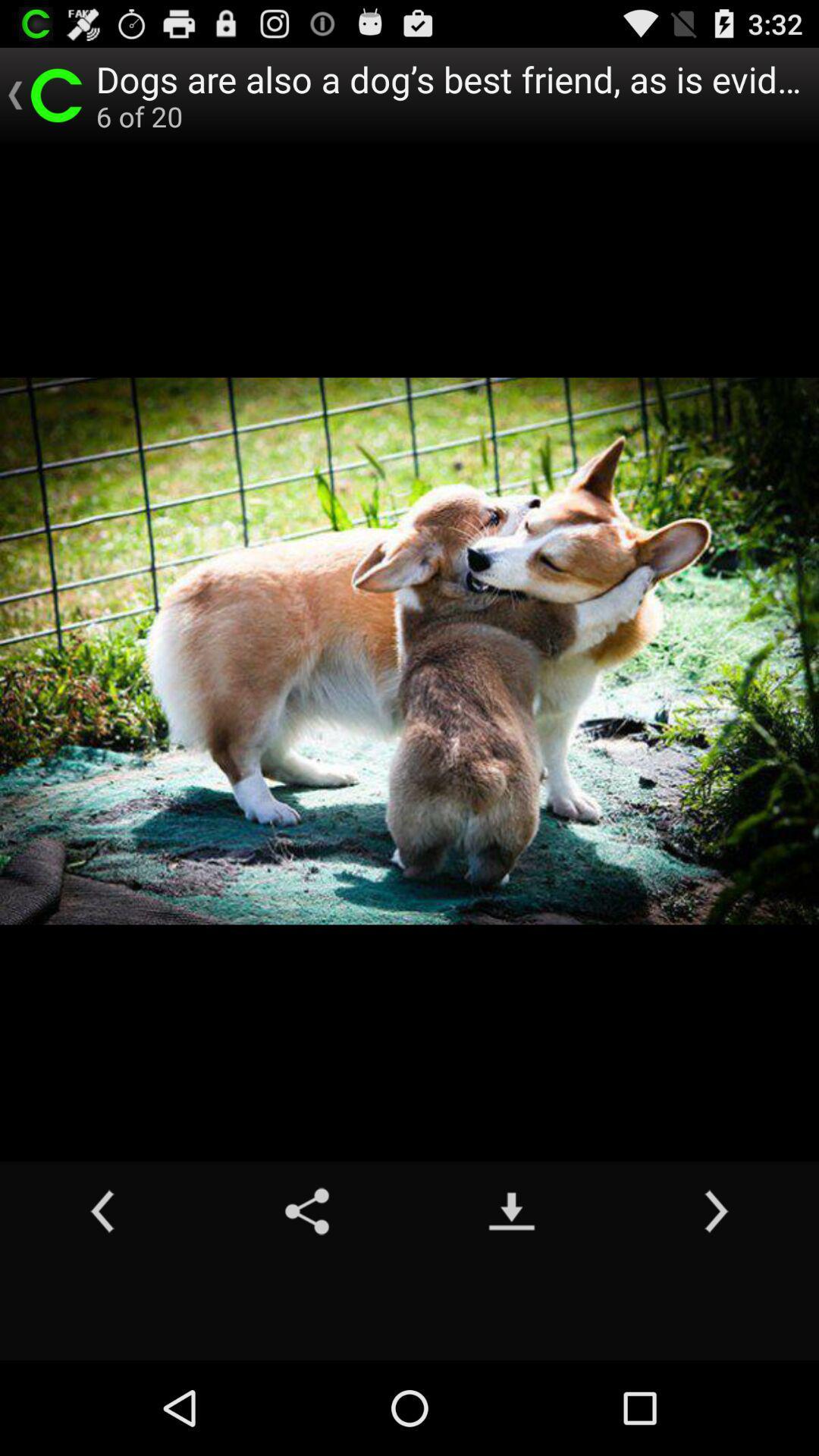 This screenshot has width=819, height=1456. I want to click on the arrow_backward icon, so click(102, 1295).